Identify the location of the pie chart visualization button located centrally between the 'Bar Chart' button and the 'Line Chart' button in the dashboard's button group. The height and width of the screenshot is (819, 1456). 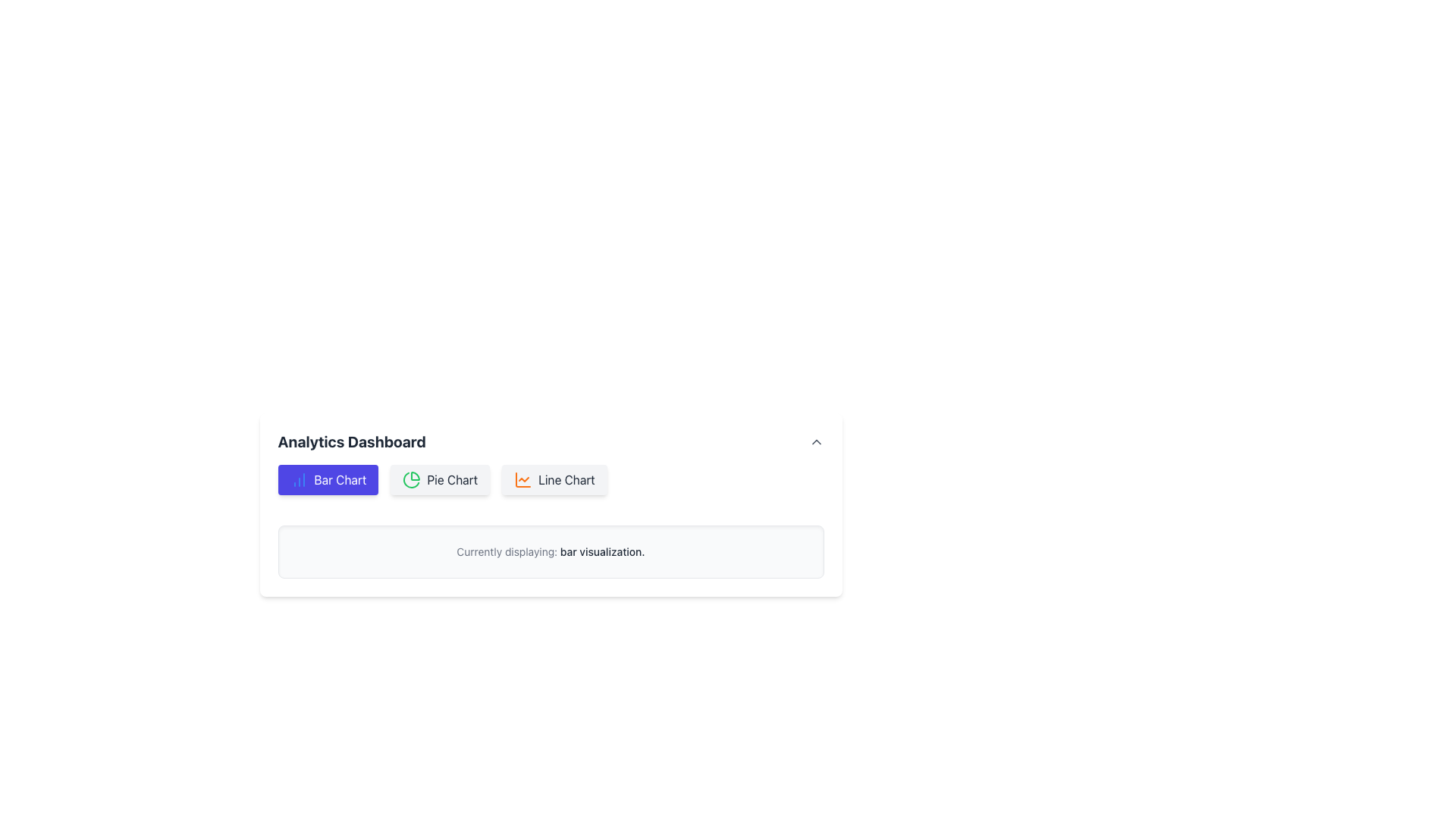
(439, 479).